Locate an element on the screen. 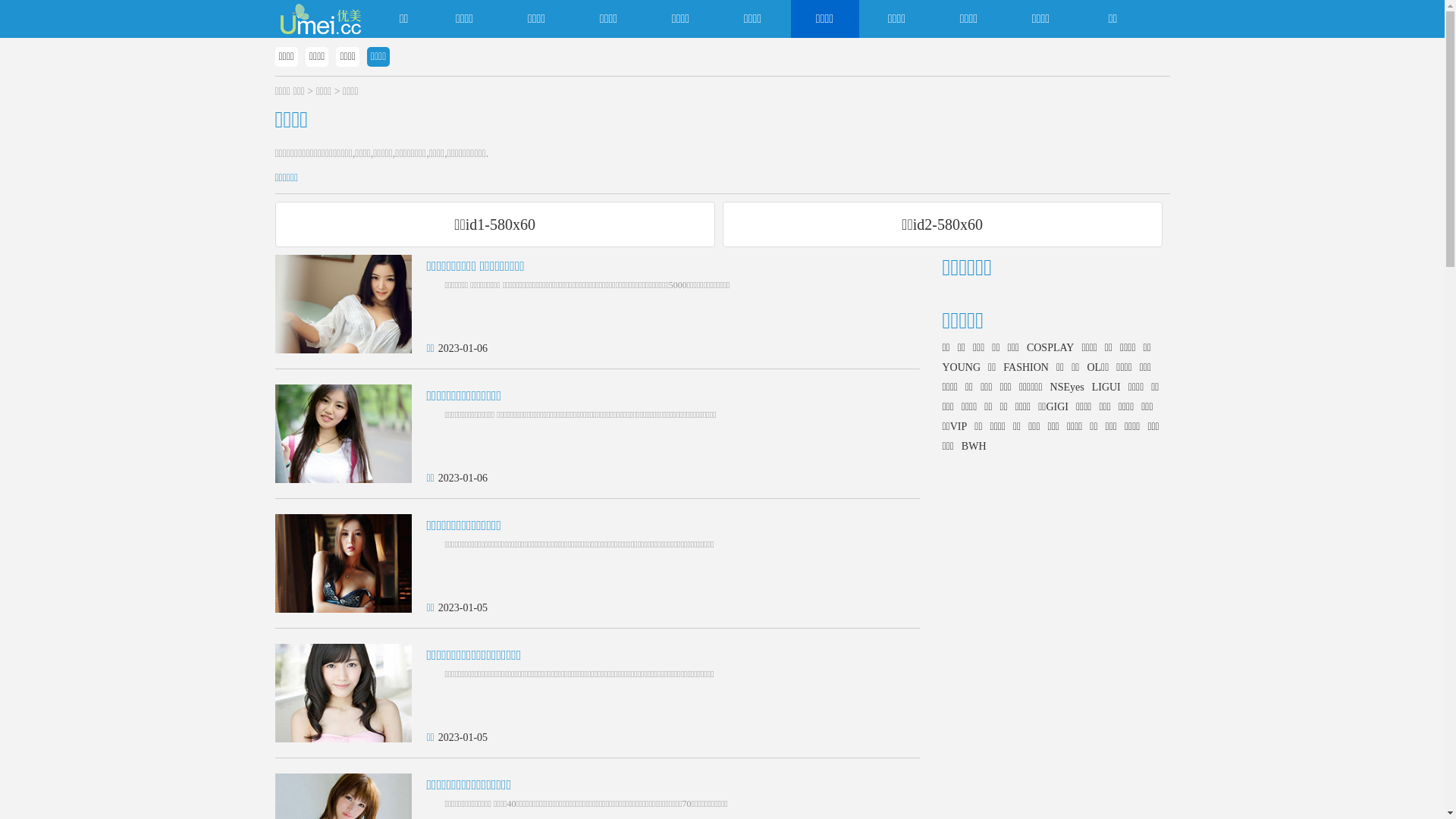  'YOUNG' is located at coordinates (964, 368).